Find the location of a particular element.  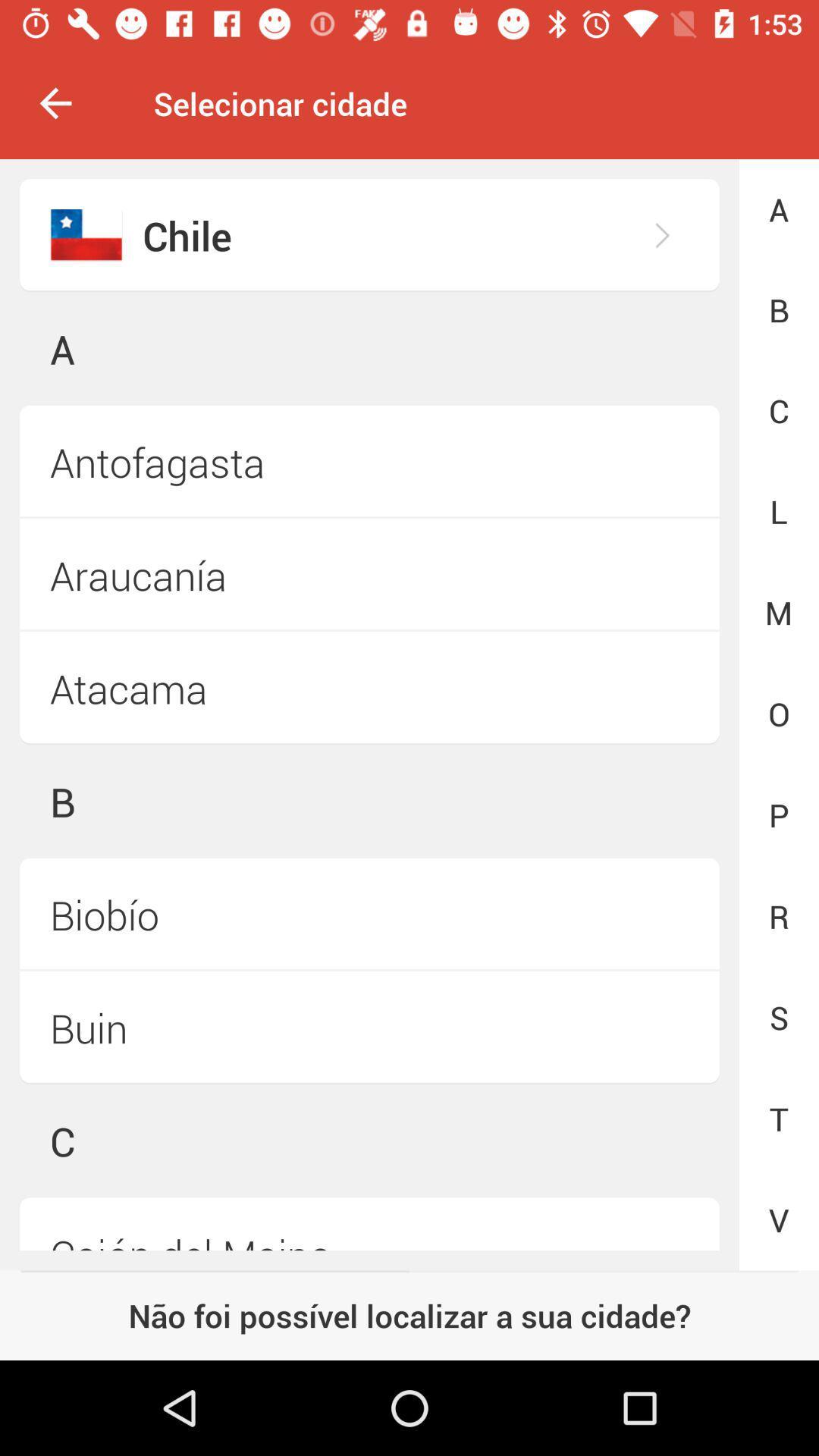

the icon to the left of v app is located at coordinates (369, 1224).